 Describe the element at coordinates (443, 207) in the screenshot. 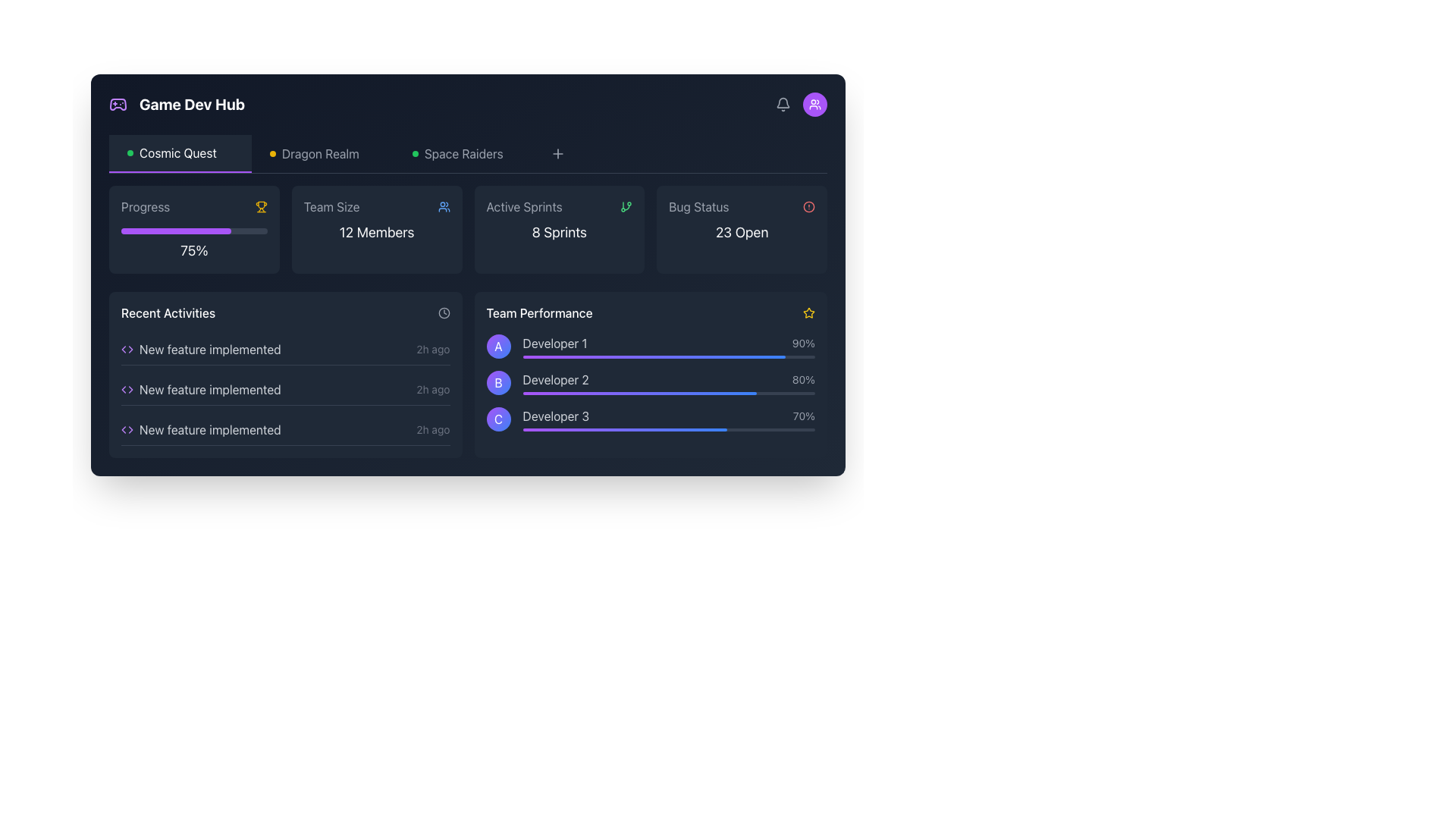

I see `the blue-colored icon representing a team or users located in the top-right corner of the card titled 'Team Size', adjacent to the text '12 Members'` at that location.